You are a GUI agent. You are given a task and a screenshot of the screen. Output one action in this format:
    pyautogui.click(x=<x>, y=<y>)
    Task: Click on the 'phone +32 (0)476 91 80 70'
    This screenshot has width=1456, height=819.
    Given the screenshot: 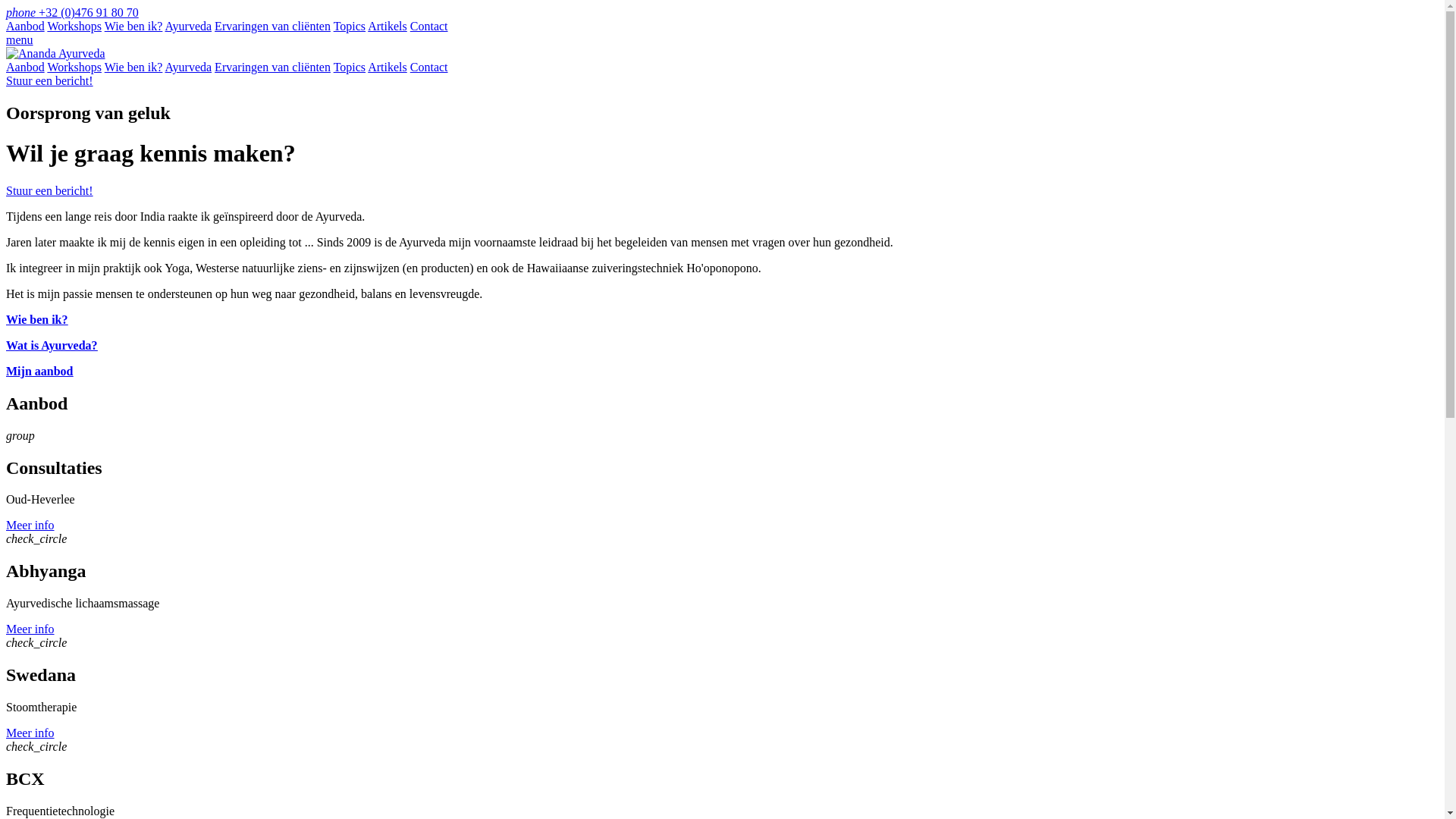 What is the action you would take?
    pyautogui.click(x=71, y=12)
    